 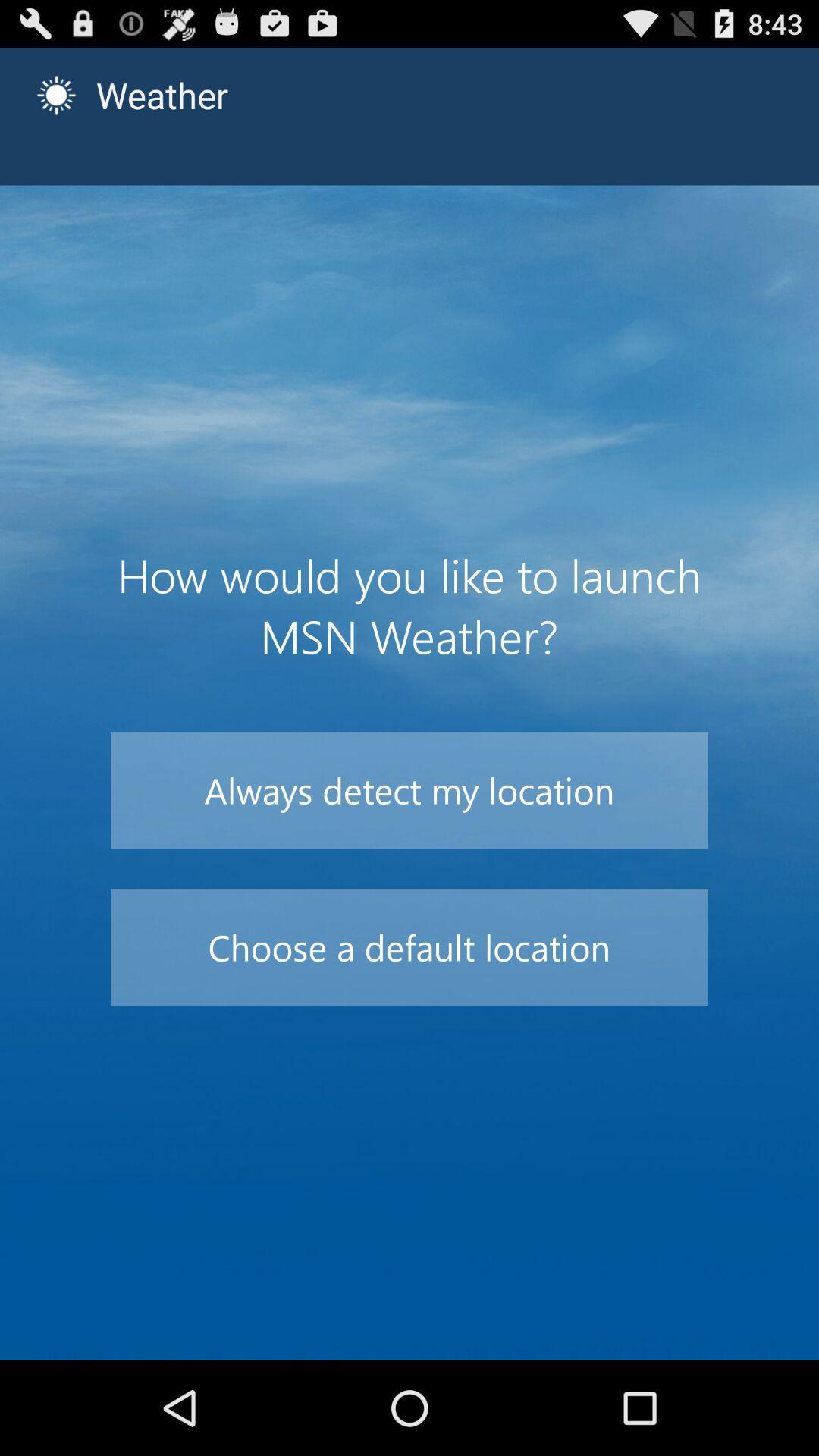 What do you see at coordinates (409, 946) in the screenshot?
I see `the icon below always detect my icon` at bounding box center [409, 946].